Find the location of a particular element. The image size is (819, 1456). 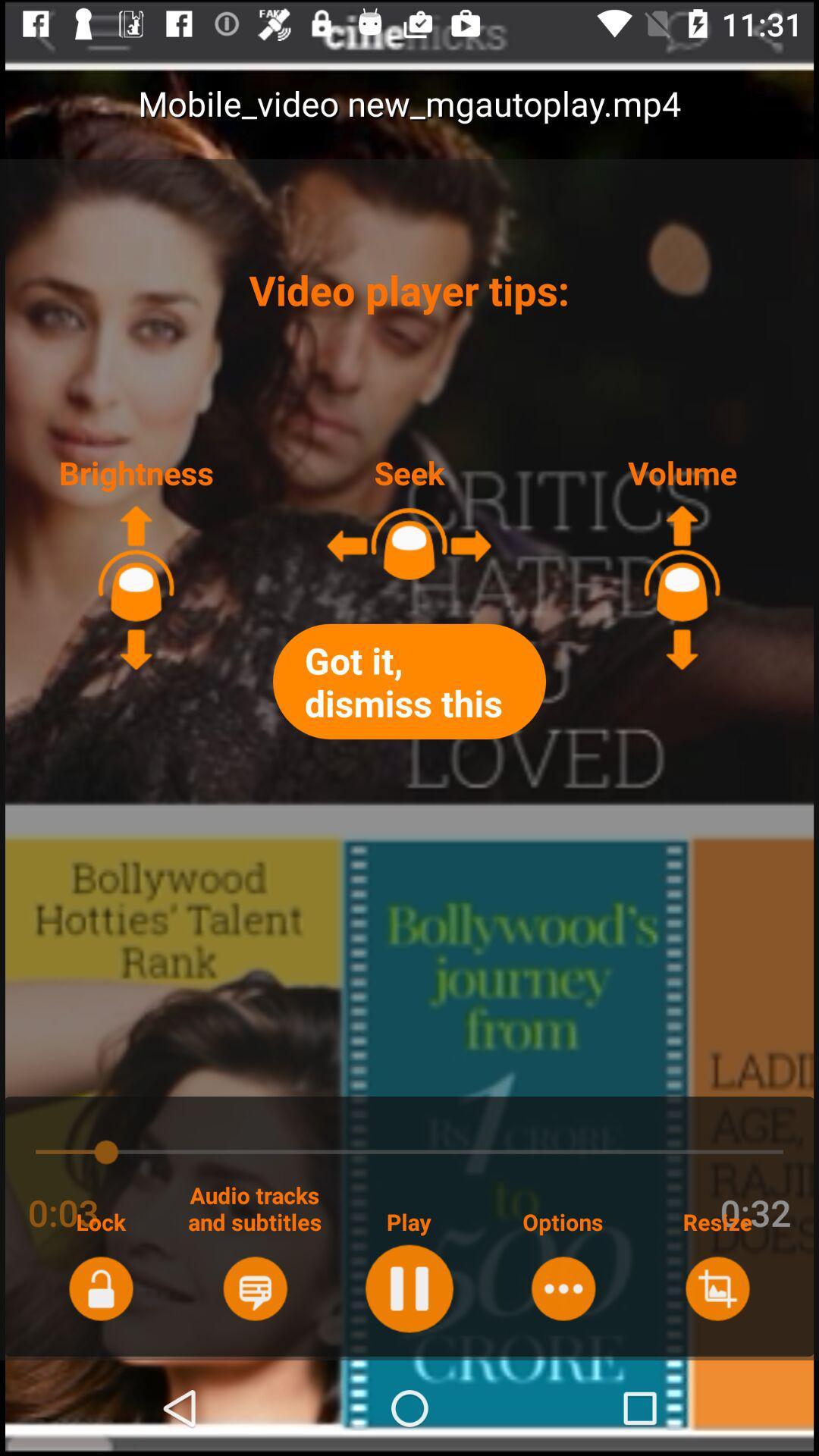

pause option is located at coordinates (408, 1288).